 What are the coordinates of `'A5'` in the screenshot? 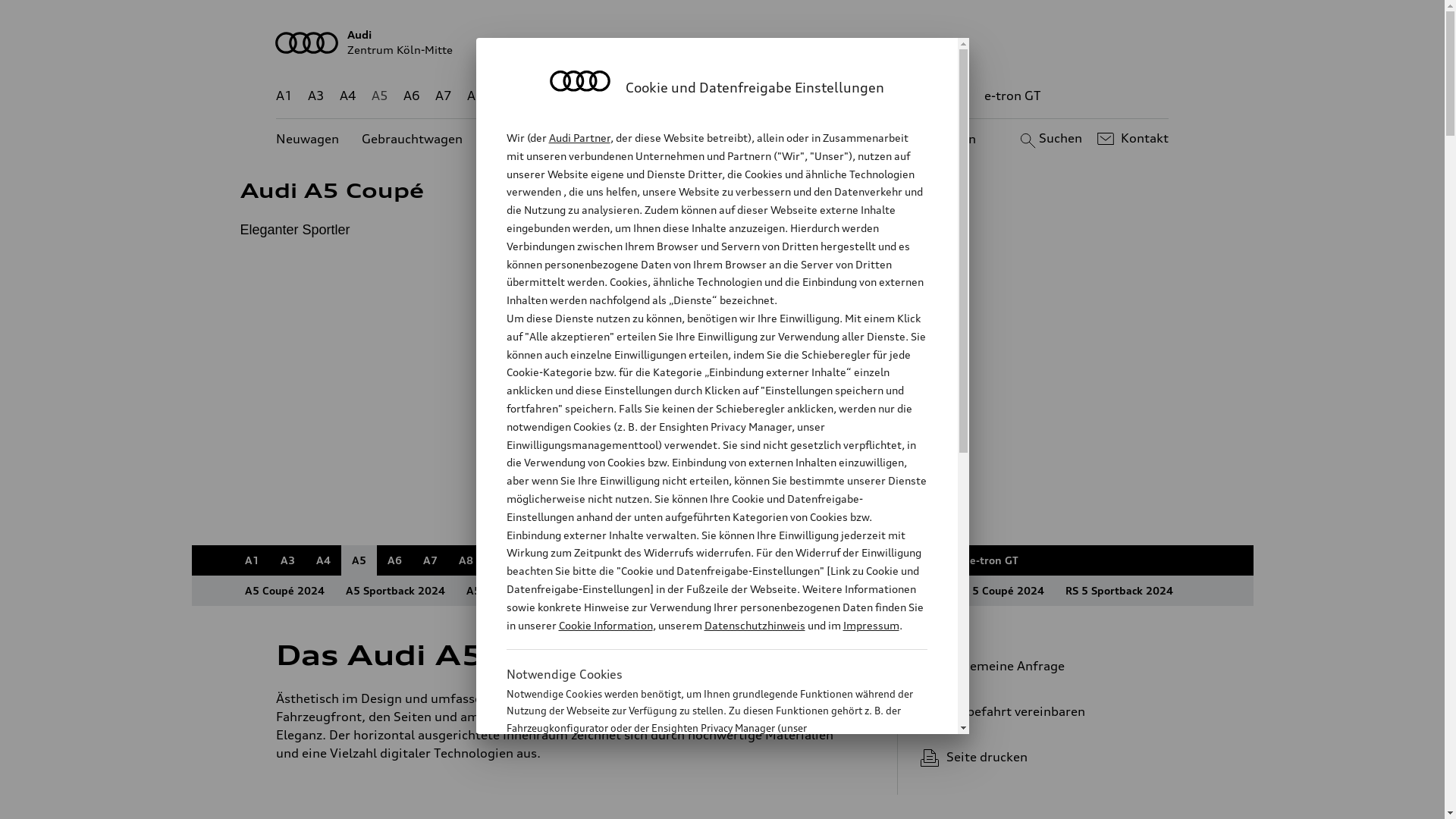 It's located at (340, 560).